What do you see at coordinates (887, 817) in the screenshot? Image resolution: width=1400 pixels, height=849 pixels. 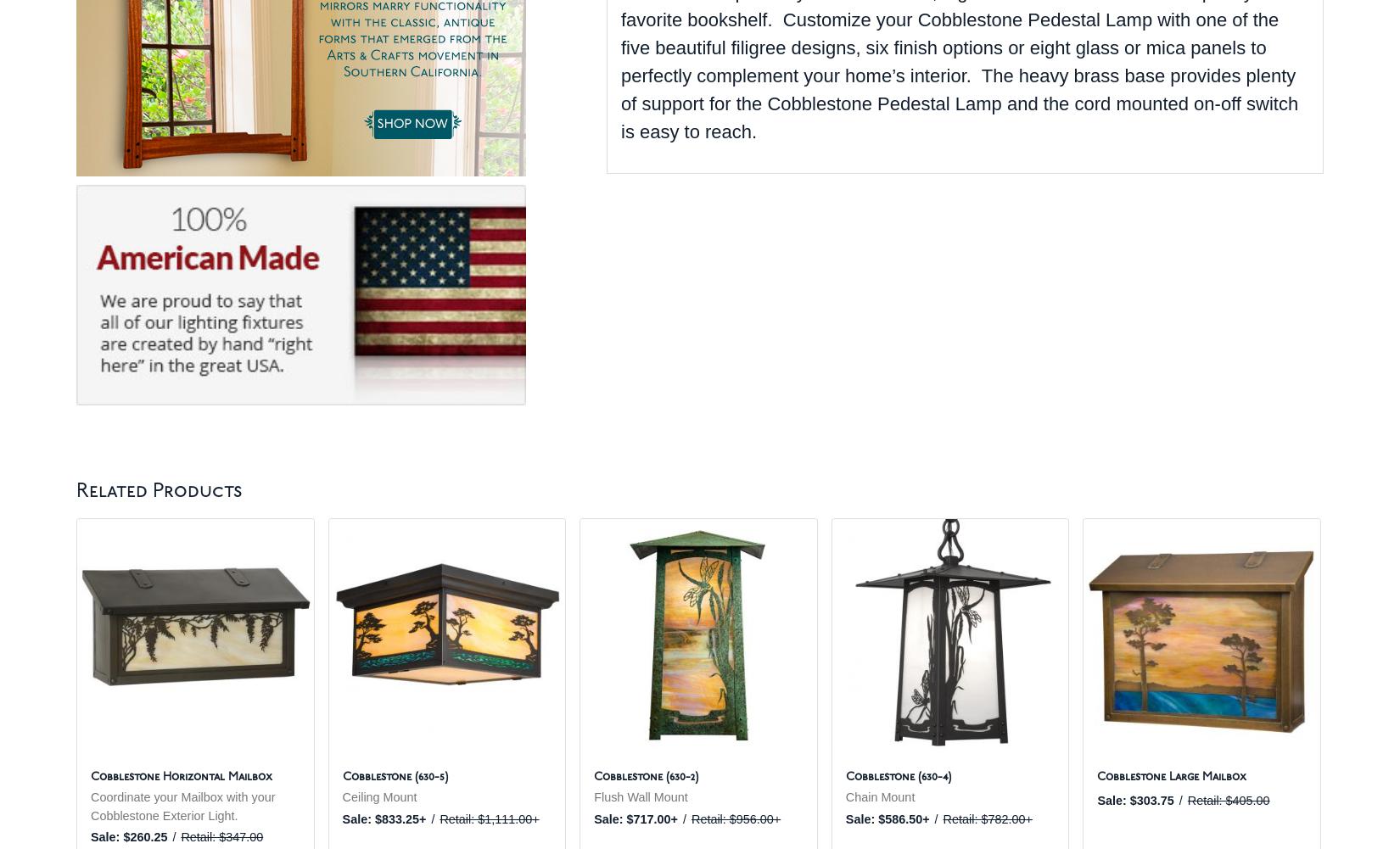 I see `'Sale: $586.50+'` at bounding box center [887, 817].